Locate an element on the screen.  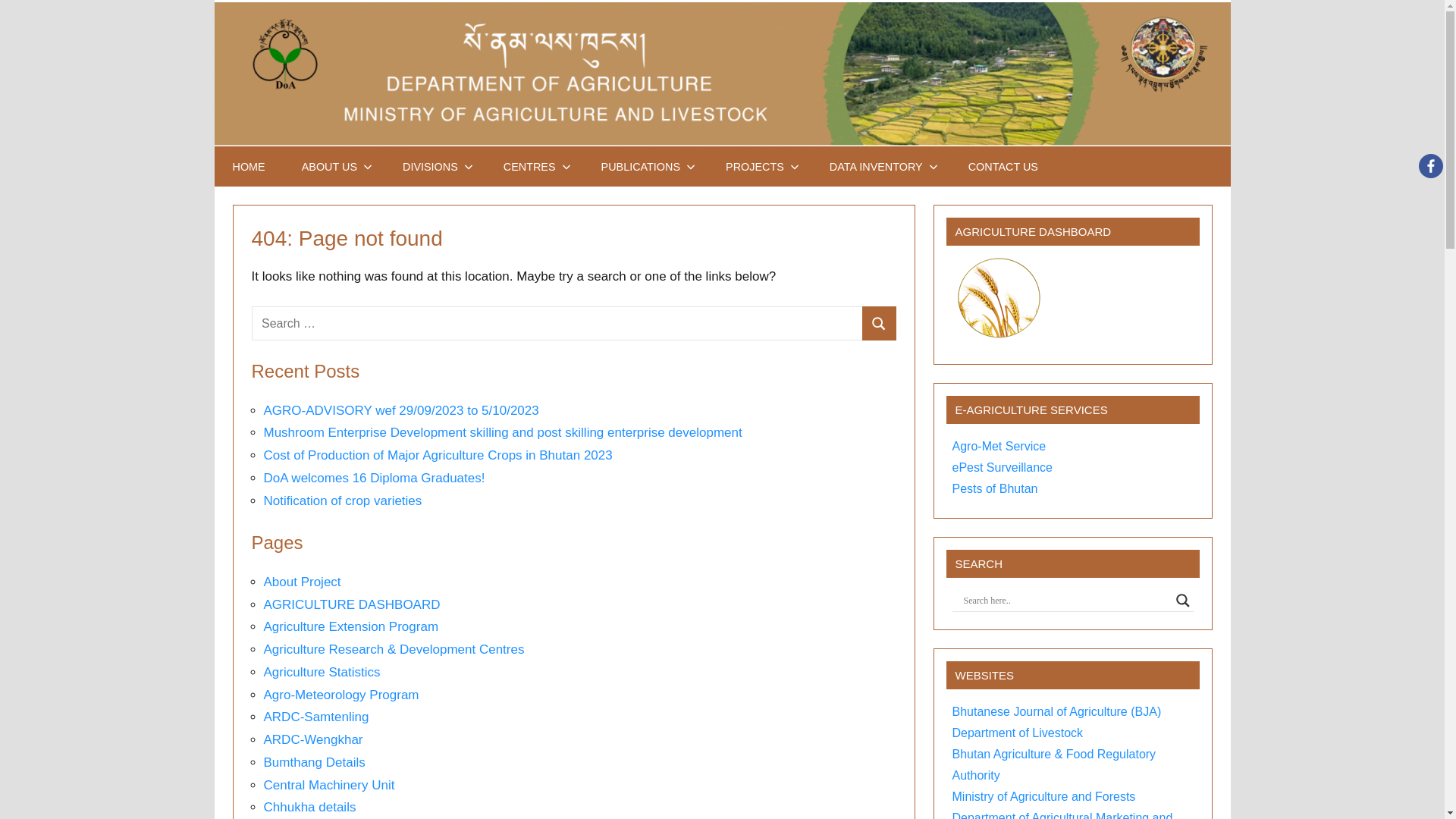
'PROJECTS' is located at coordinates (706, 166).